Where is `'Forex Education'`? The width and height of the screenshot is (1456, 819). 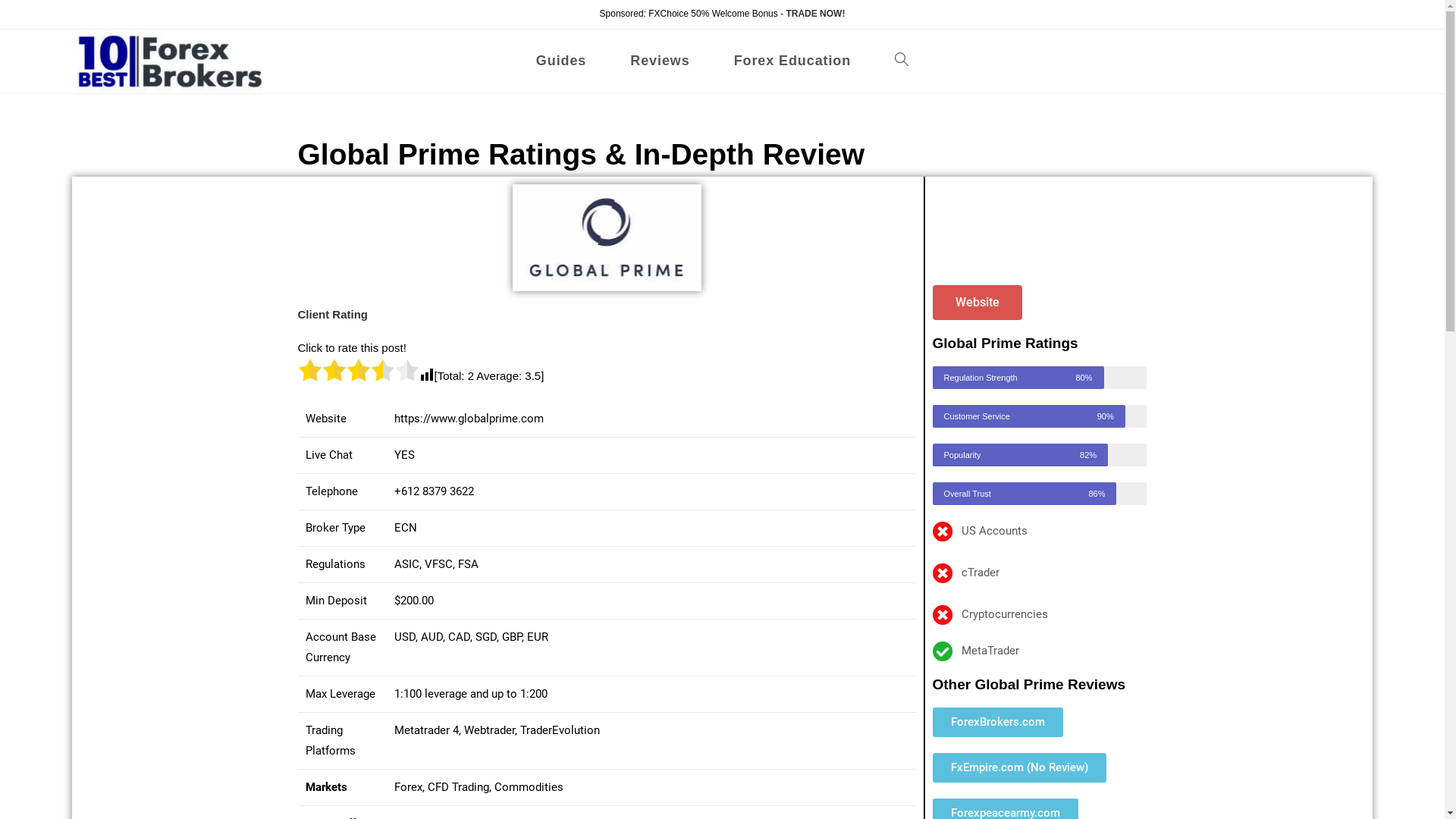
'Forex Education' is located at coordinates (792, 60).